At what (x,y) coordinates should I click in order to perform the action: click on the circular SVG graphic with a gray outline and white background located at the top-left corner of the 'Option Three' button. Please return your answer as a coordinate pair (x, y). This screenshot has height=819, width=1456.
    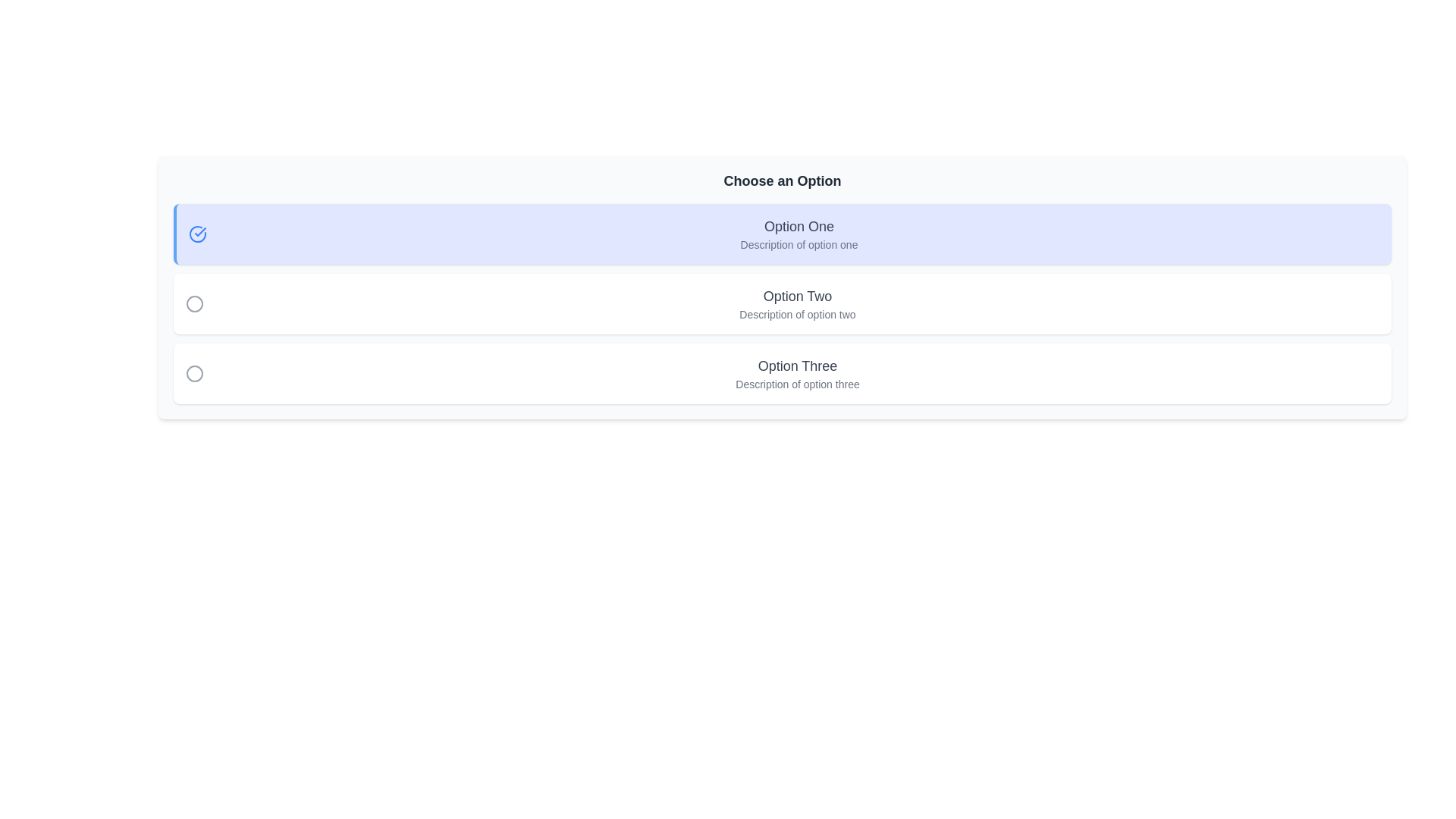
    Looking at the image, I should click on (194, 374).